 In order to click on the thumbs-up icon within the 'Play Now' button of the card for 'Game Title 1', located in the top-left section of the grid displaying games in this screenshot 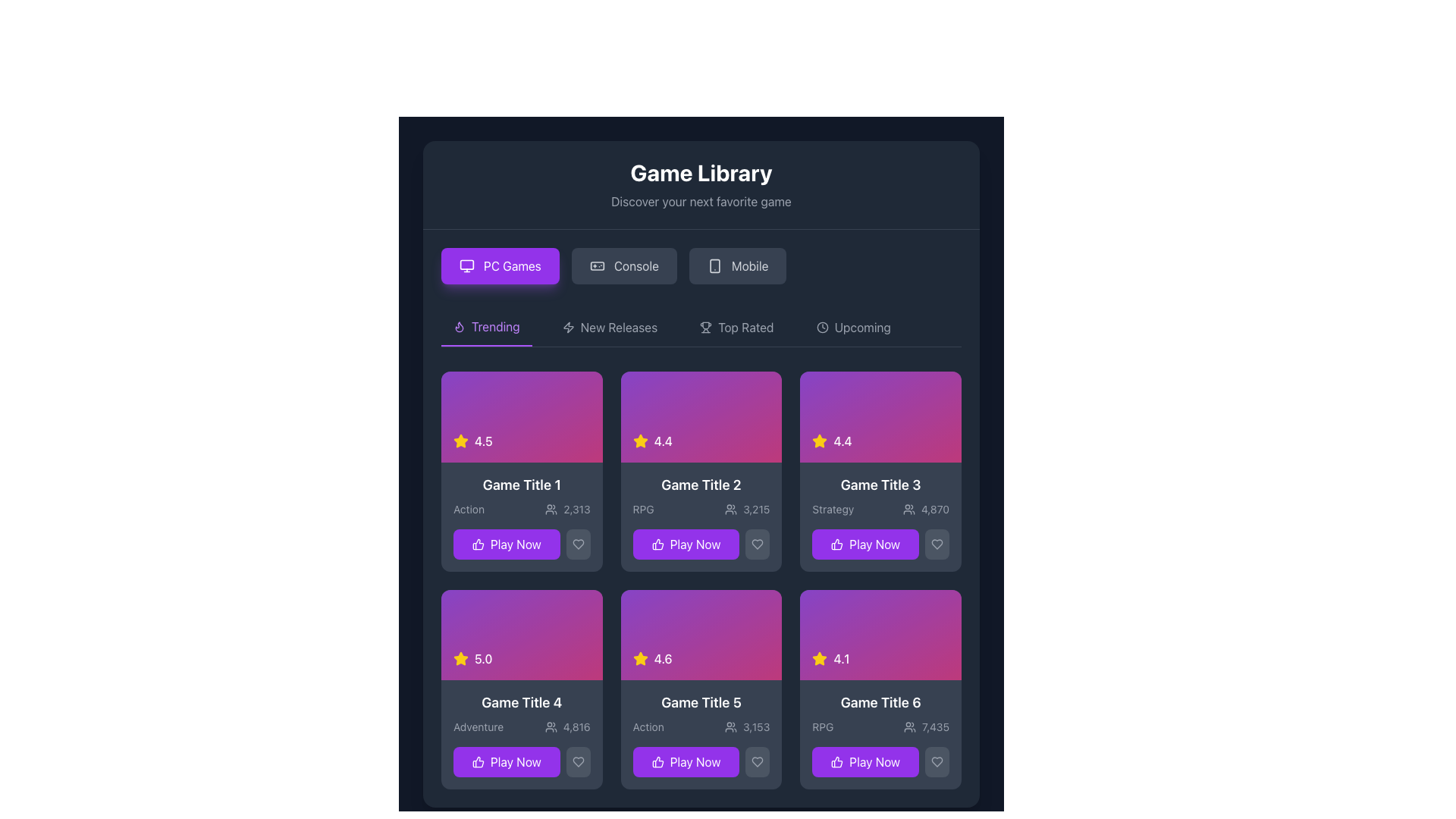, I will do `click(477, 543)`.